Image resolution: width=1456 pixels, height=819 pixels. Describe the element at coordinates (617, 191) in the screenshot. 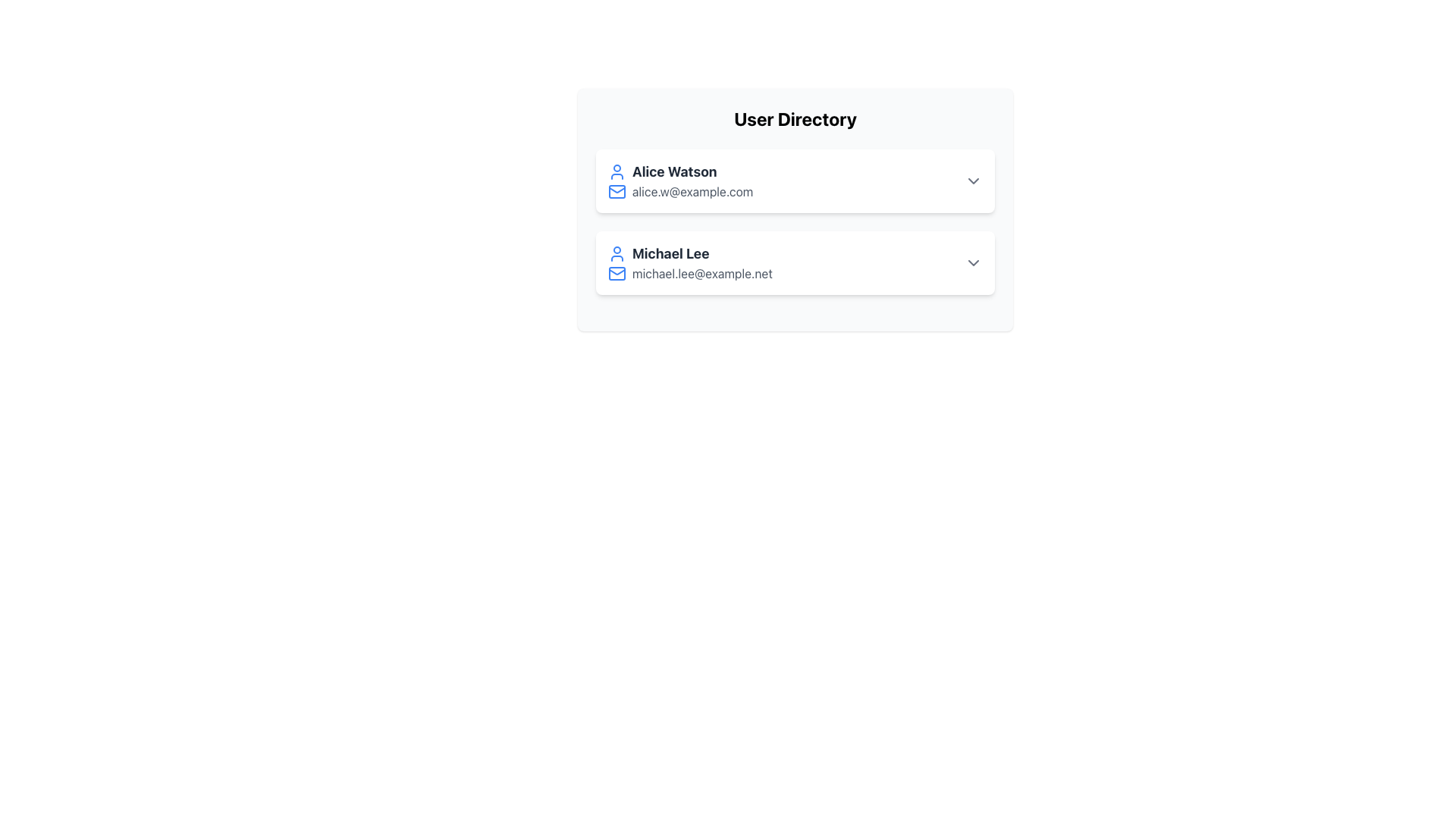

I see `the blue, rounded rectangle SVG element representing an email envelope icon for Alice Watson, located to the left of the email address 'alice.w@example.com'` at that location.